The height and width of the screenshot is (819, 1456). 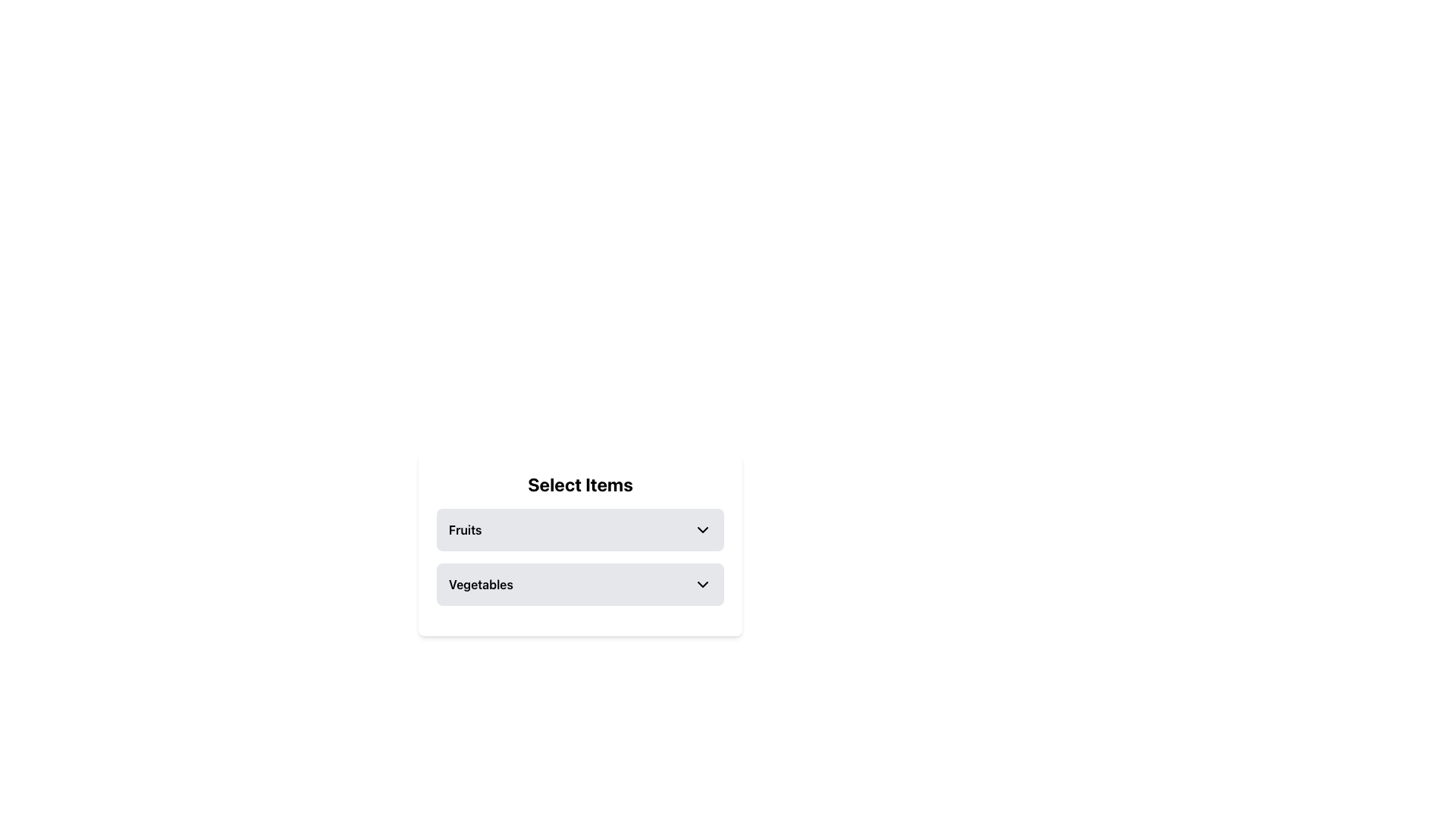 What do you see at coordinates (579, 529) in the screenshot?
I see `the 'Fruits' dropdown selector` at bounding box center [579, 529].